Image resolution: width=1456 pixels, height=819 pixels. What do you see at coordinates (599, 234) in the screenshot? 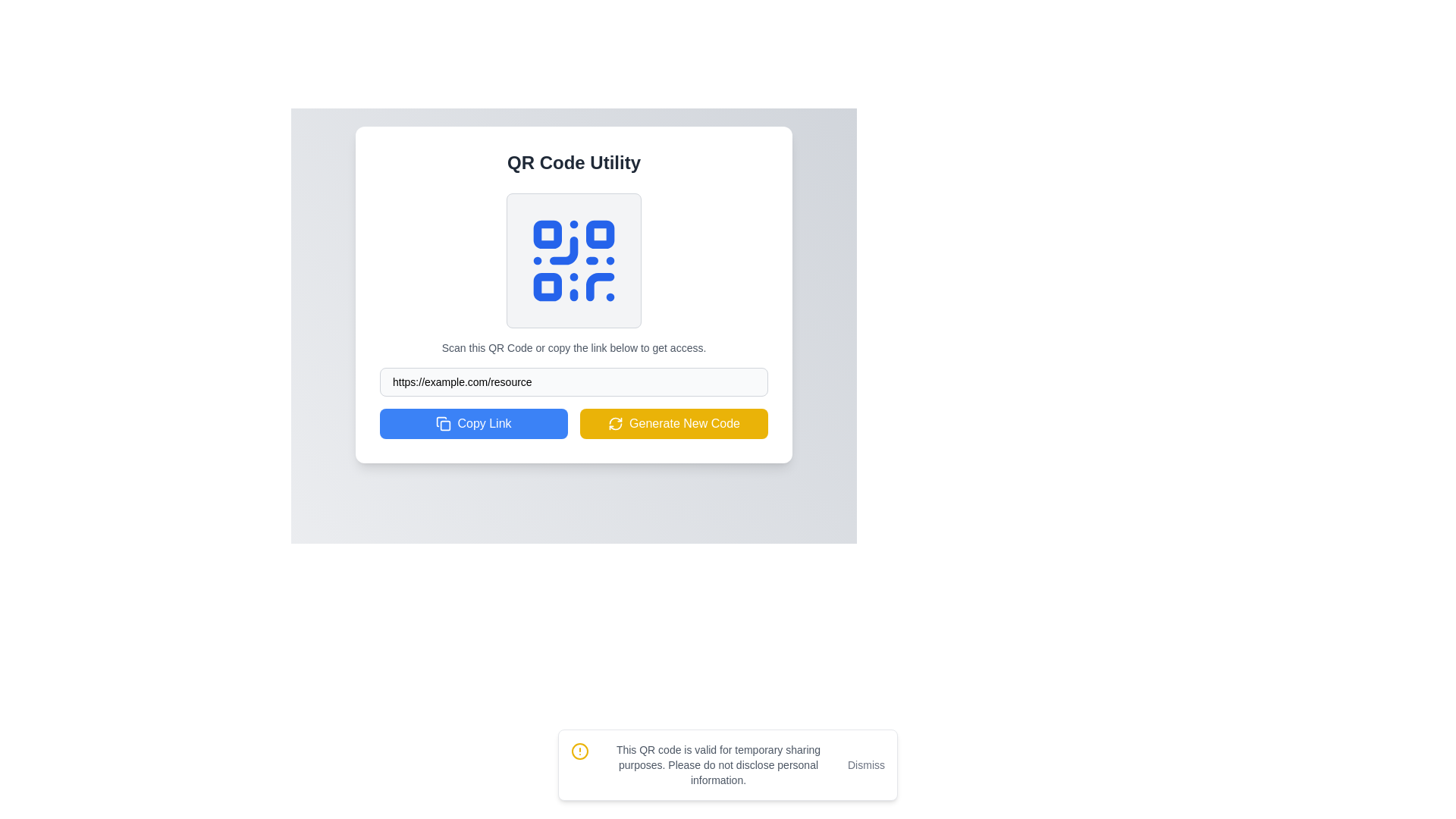
I see `the blue square with rounded corners located in the top-right corner of the QR code structure, which is the second of three similarly sized squares` at bounding box center [599, 234].